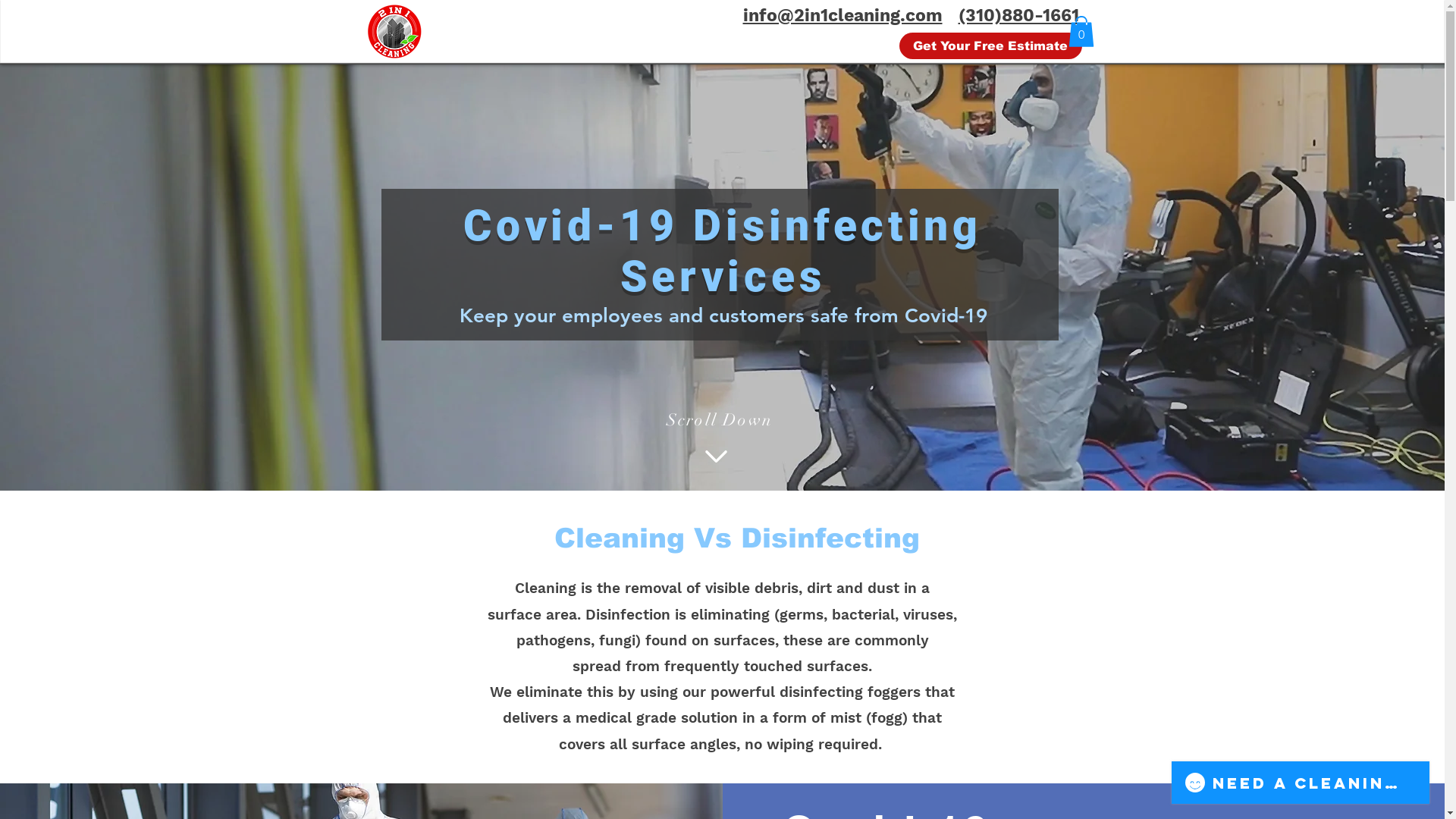 This screenshot has height=819, width=1456. Describe the element at coordinates (1080, 31) in the screenshot. I see `'0'` at that location.